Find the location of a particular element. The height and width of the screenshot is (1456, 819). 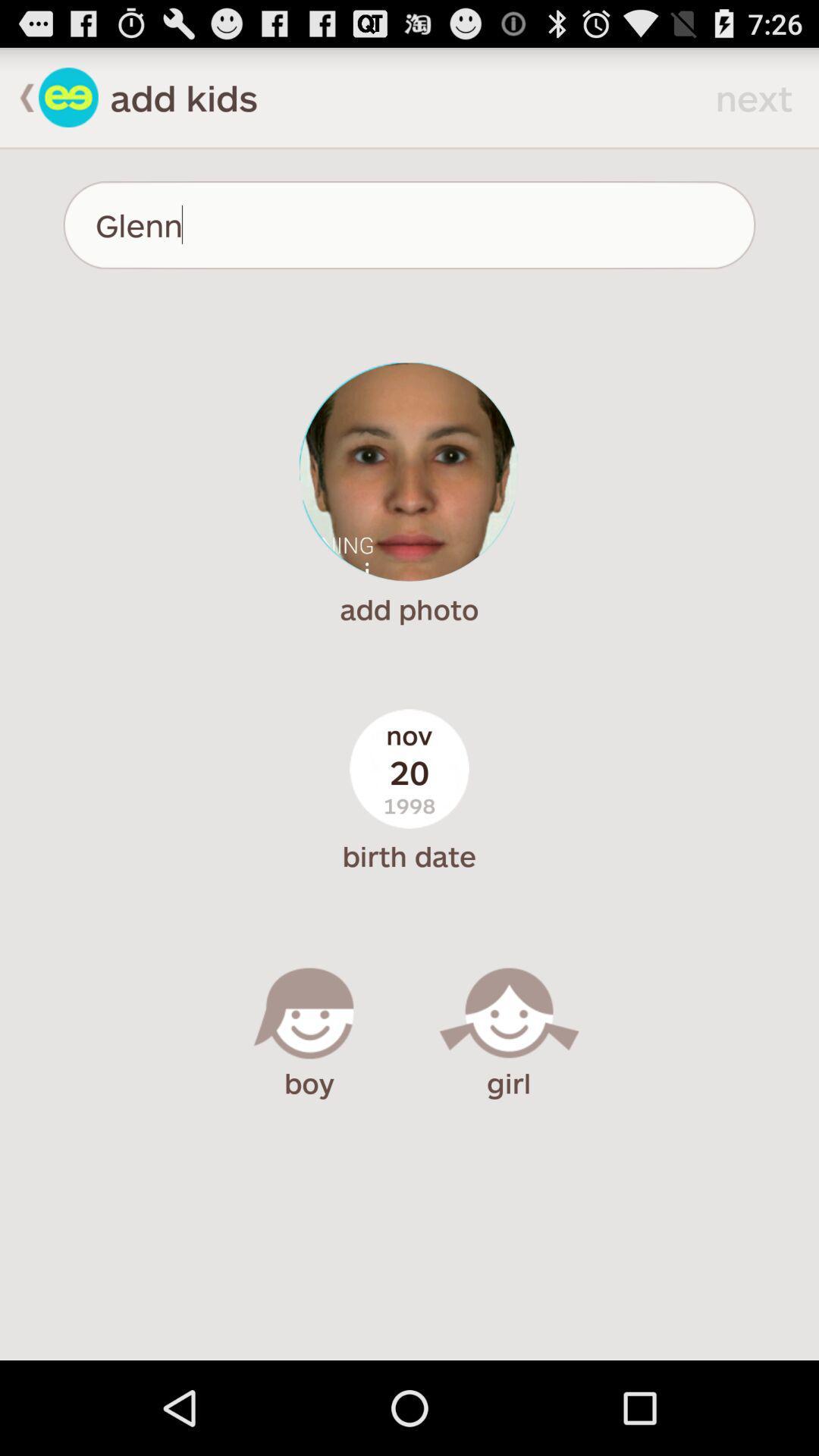

go back is located at coordinates (68, 96).